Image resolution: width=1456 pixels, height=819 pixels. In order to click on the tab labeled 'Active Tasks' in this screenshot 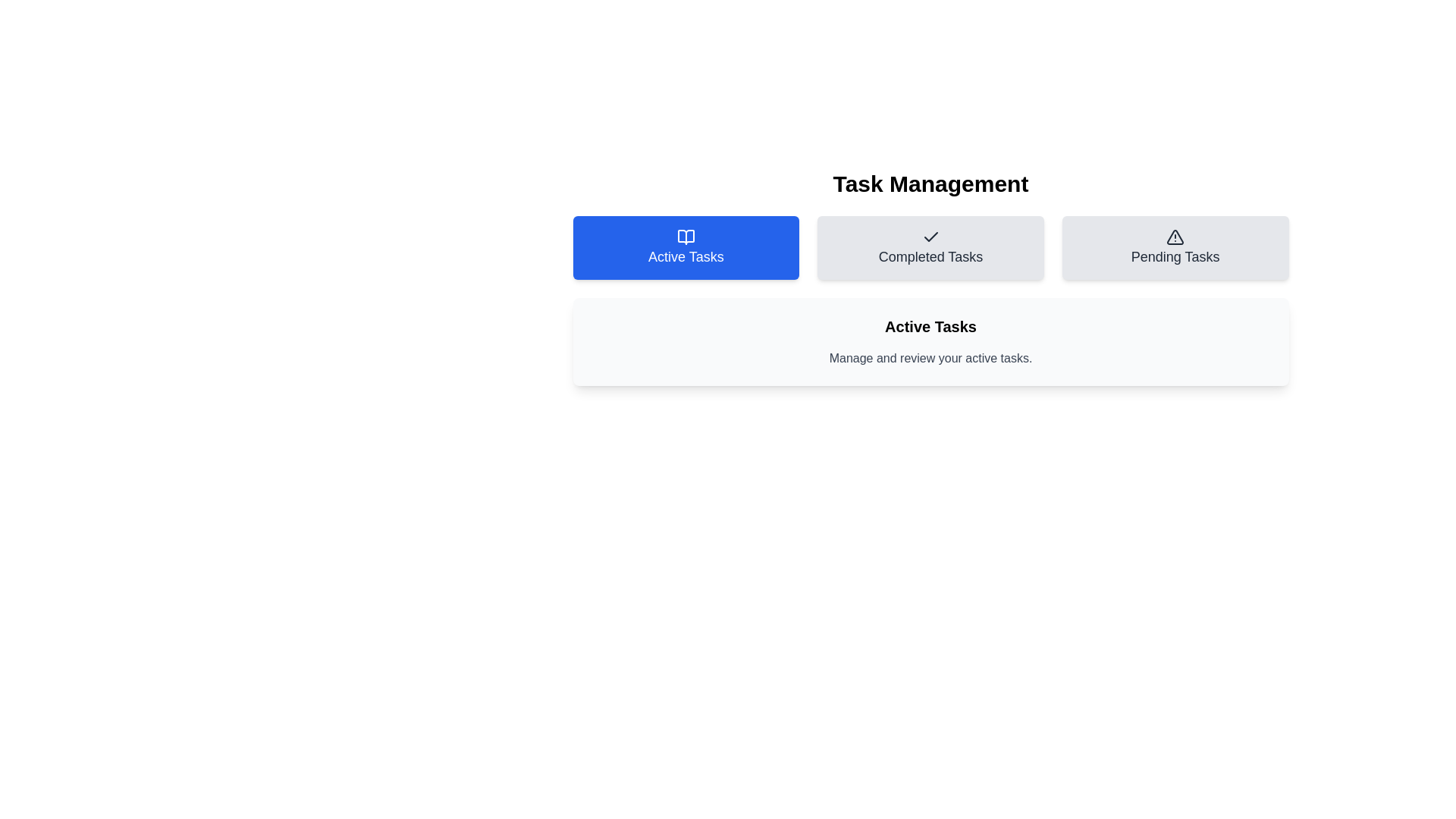, I will do `click(685, 247)`.